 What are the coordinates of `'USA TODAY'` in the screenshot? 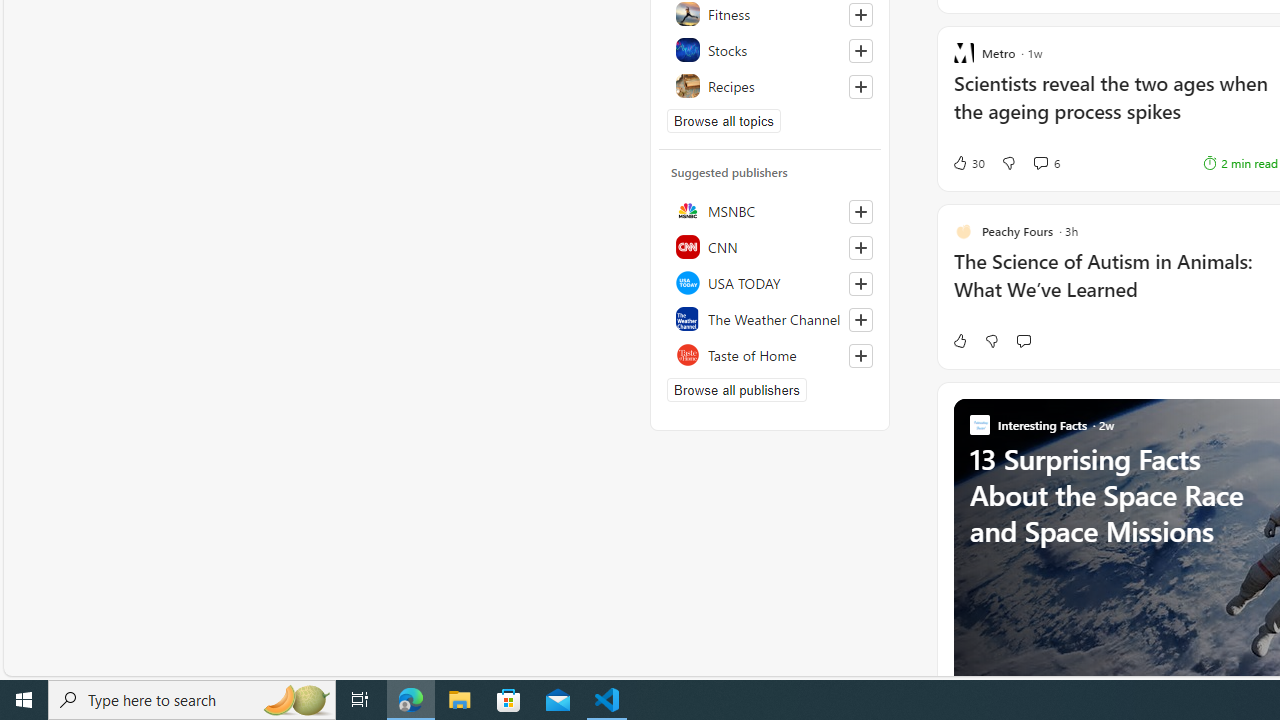 It's located at (769, 282).